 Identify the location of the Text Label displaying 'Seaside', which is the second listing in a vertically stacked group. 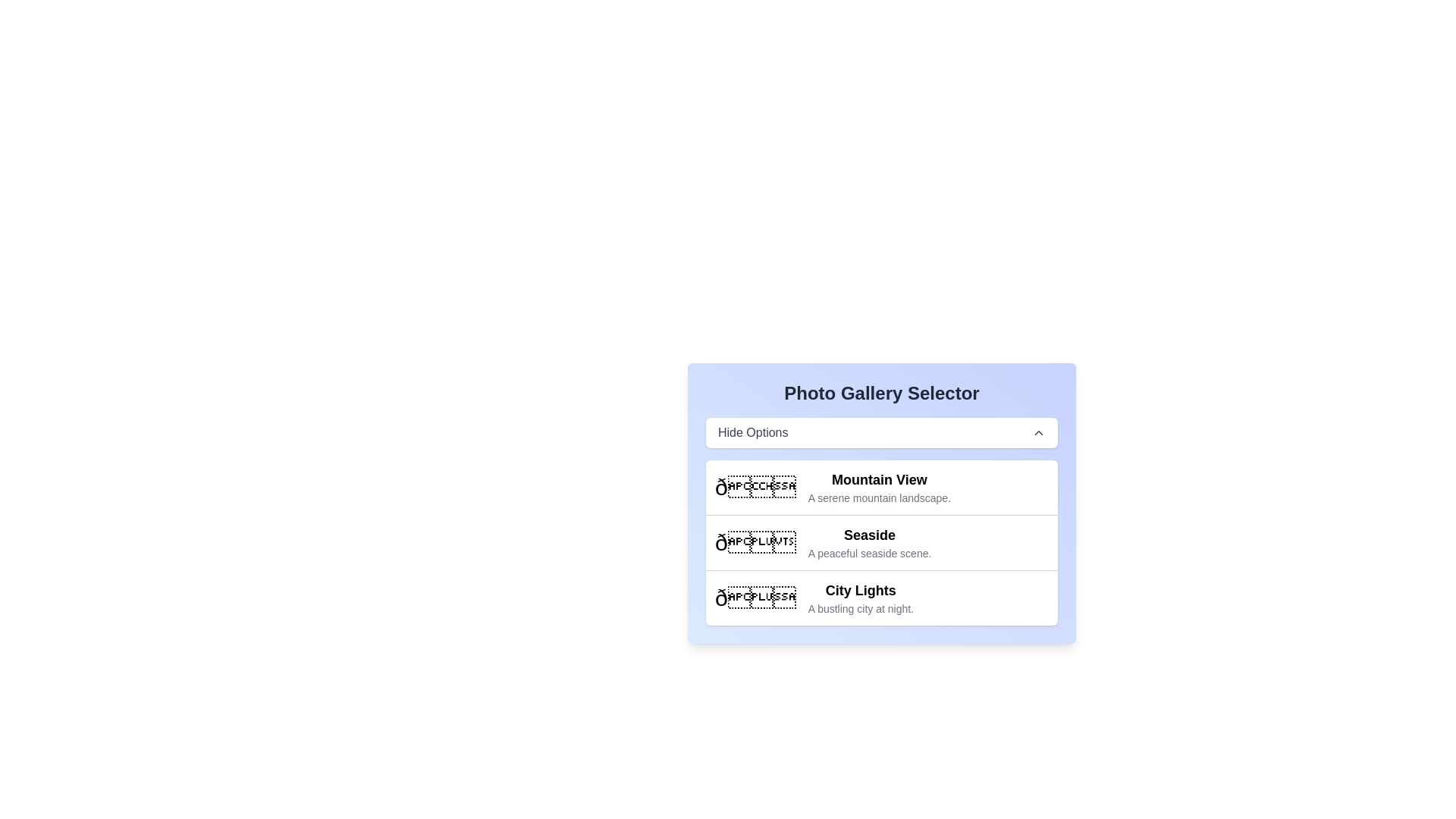
(870, 542).